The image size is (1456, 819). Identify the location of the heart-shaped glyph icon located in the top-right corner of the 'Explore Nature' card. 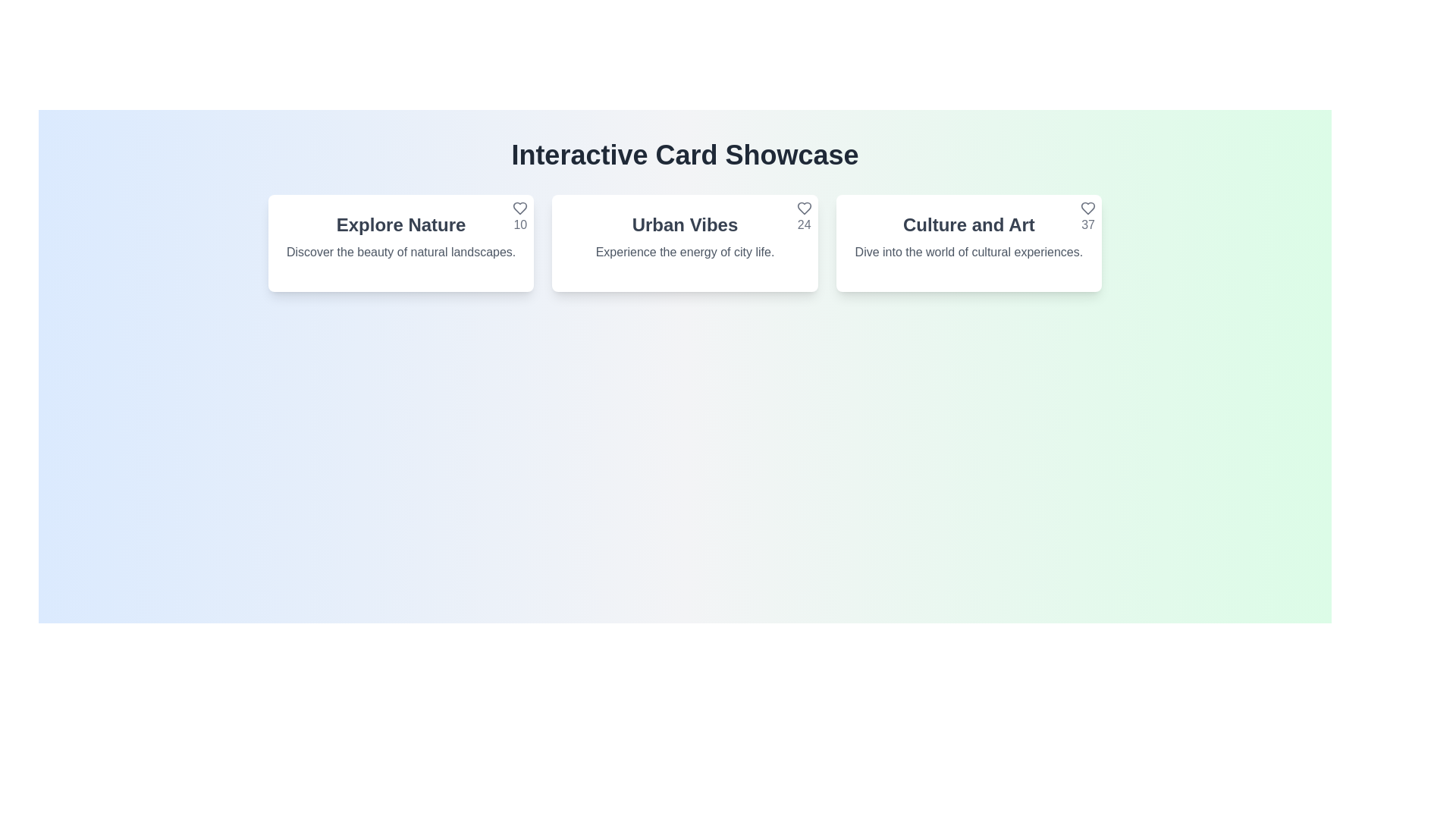
(520, 208).